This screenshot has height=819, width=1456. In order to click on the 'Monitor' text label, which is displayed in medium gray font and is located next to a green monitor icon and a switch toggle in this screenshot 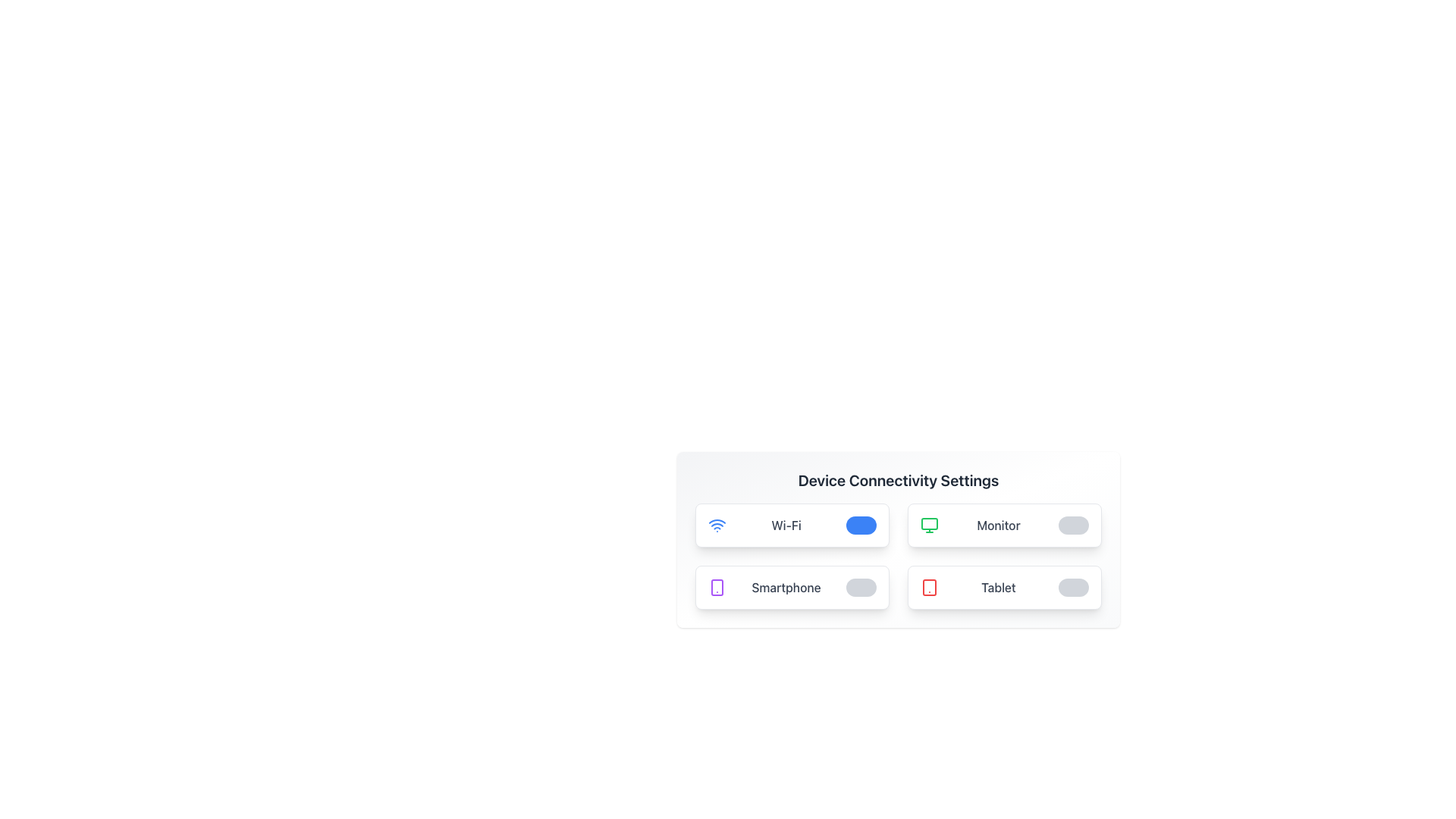, I will do `click(998, 525)`.